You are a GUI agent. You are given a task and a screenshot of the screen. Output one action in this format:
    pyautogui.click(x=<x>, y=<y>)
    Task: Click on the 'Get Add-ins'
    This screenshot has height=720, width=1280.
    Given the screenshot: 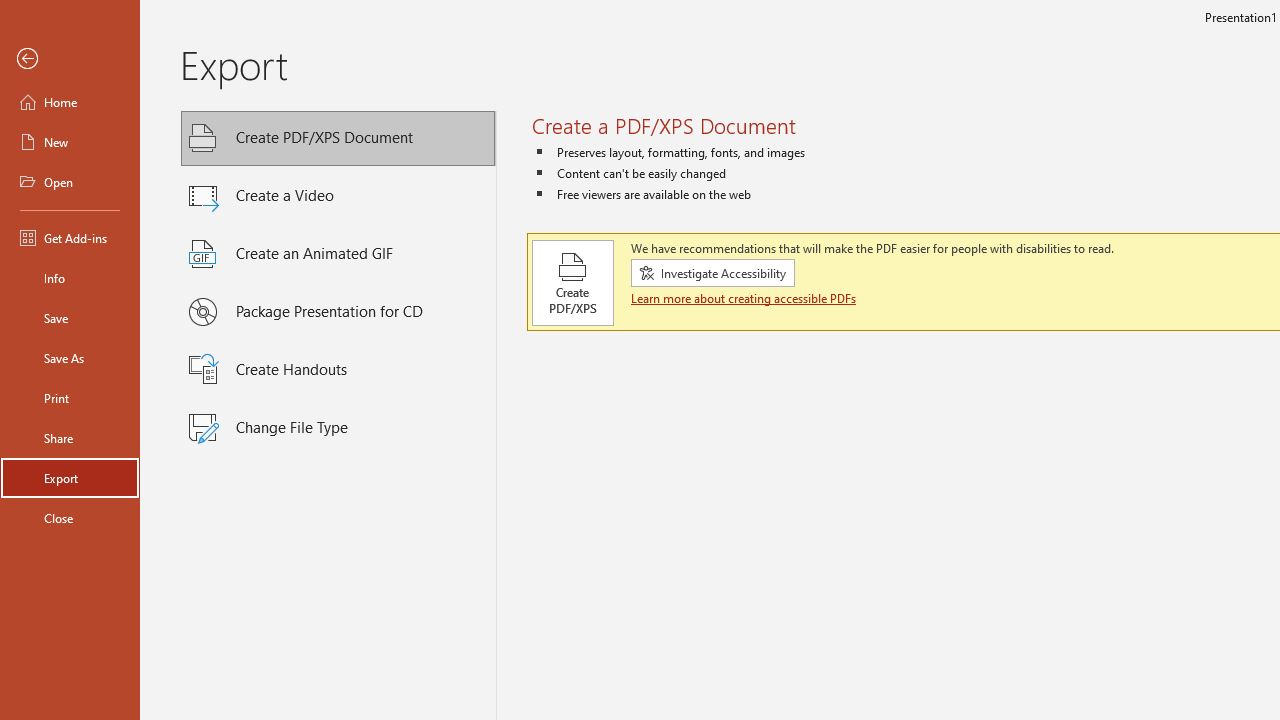 What is the action you would take?
    pyautogui.click(x=69, y=236)
    